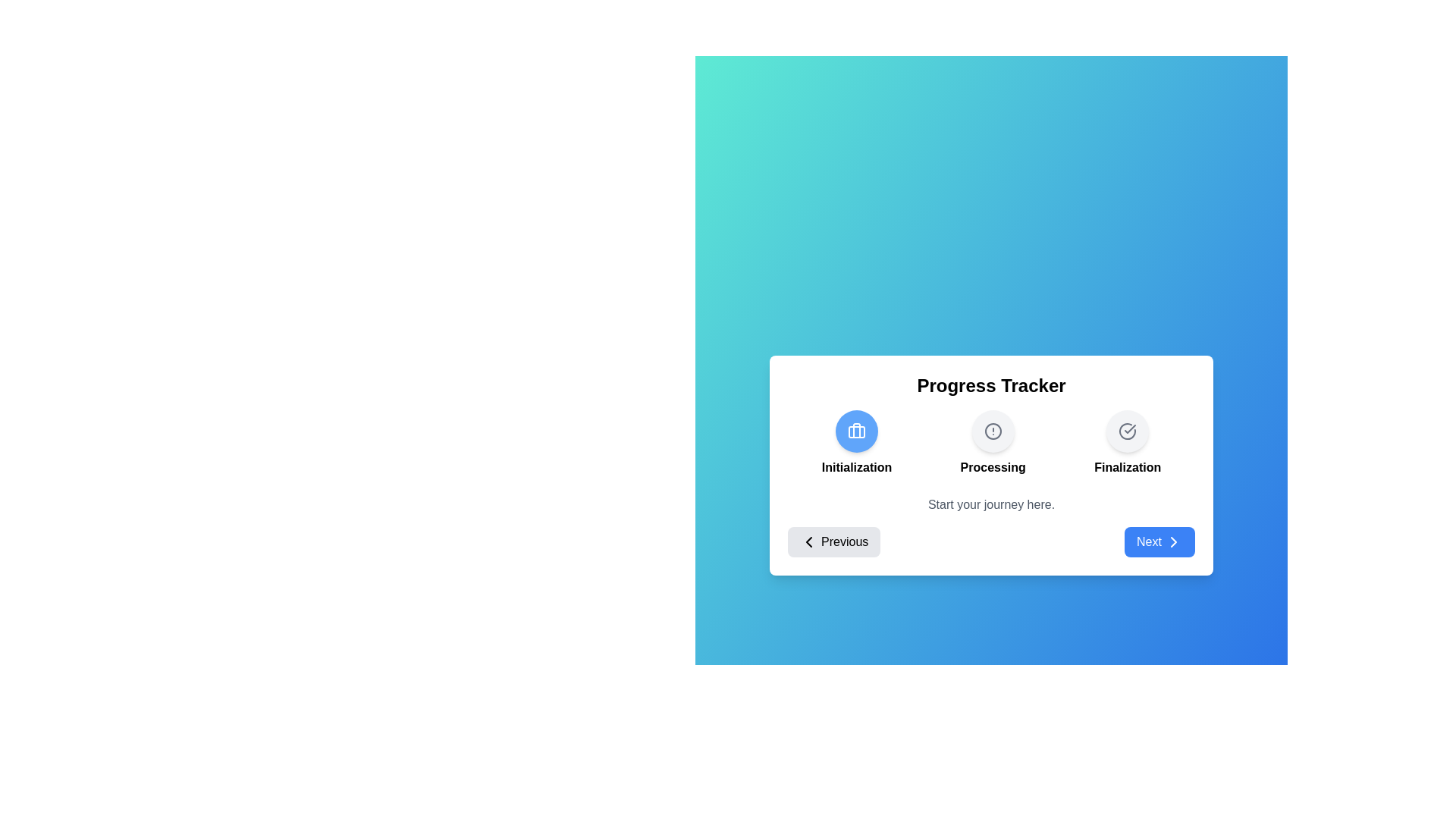  Describe the element at coordinates (993, 431) in the screenshot. I see `the step Processing to activate it` at that location.